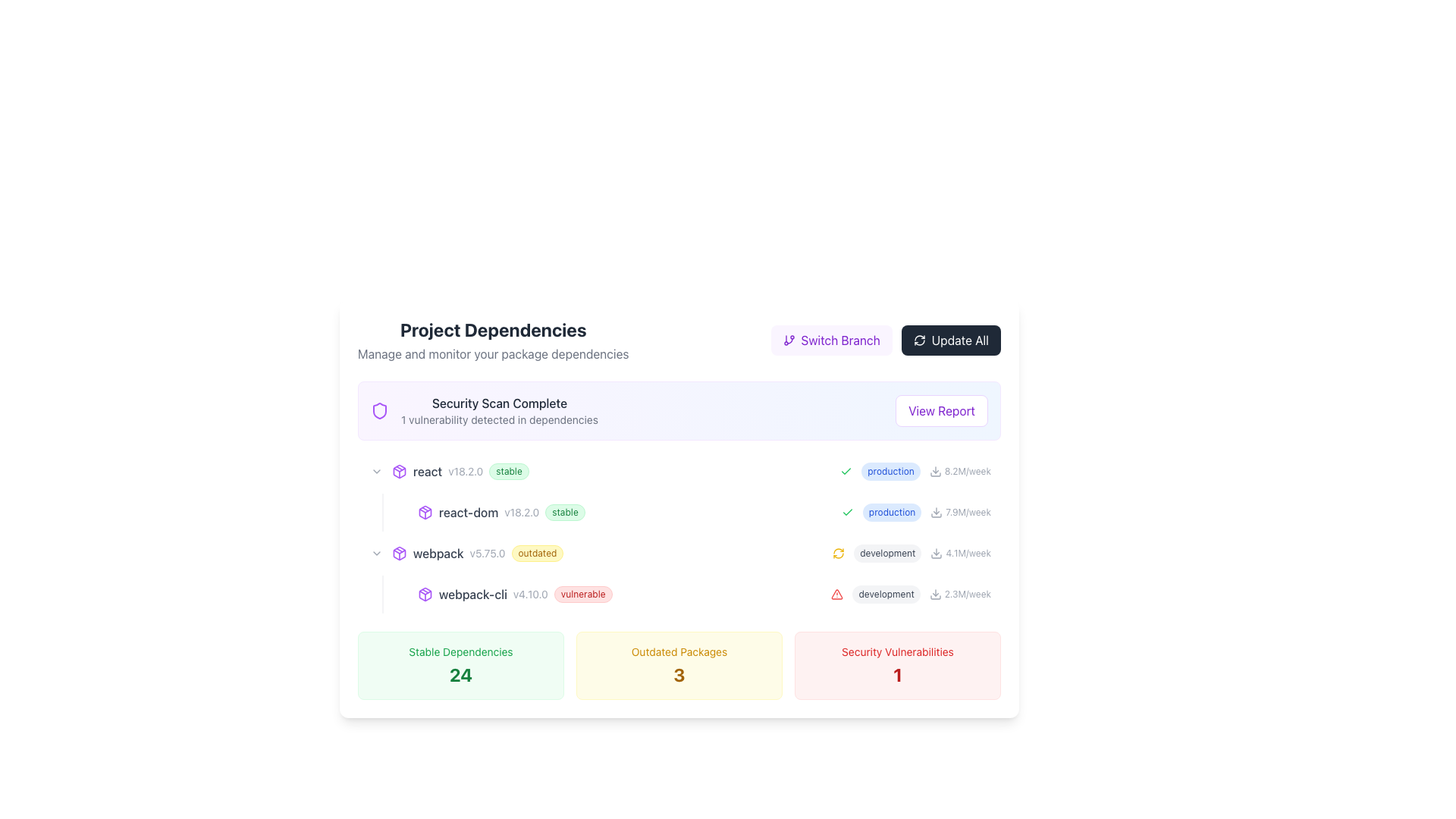  Describe the element at coordinates (886, 593) in the screenshot. I see `text content of the non-interactive label or badge displaying 'development' with a light gray background, located between a red triangle alert icon and gray text '2.3M/week'` at that location.